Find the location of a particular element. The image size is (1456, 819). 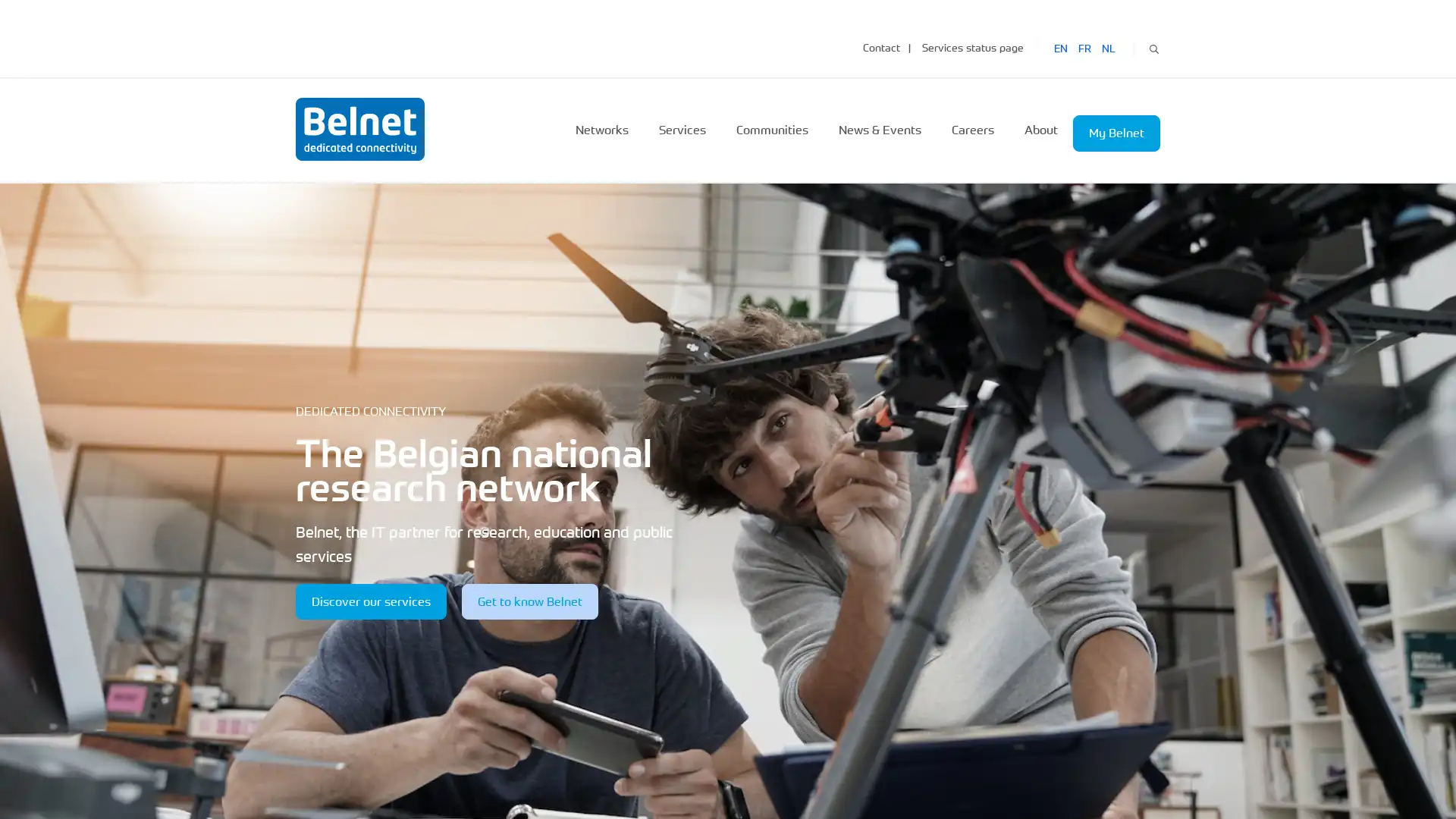

Search is located at coordinates (1153, 46).